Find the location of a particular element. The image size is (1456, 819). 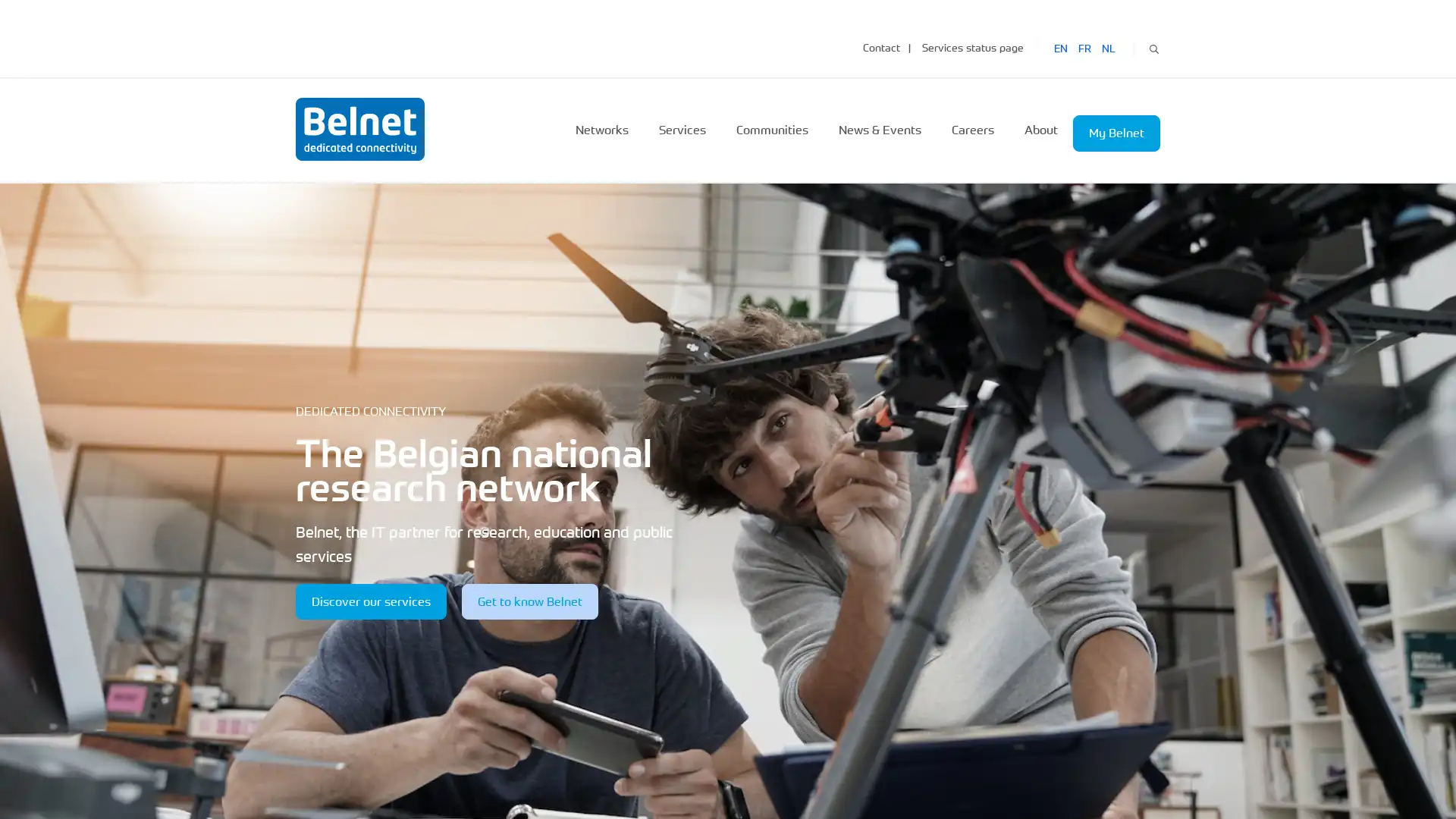

Search is located at coordinates (1153, 46).